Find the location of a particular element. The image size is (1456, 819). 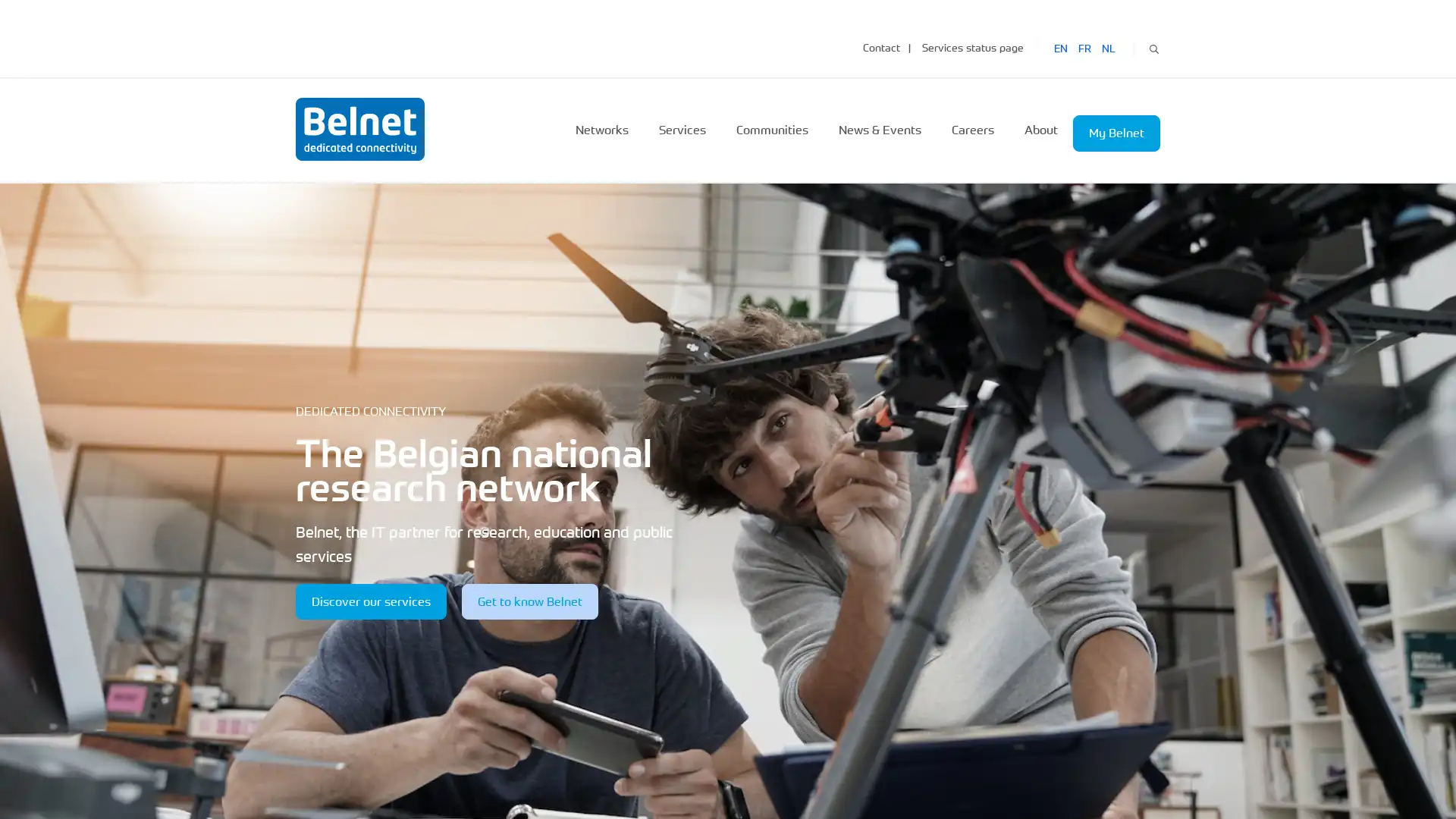

Search is located at coordinates (1153, 46).